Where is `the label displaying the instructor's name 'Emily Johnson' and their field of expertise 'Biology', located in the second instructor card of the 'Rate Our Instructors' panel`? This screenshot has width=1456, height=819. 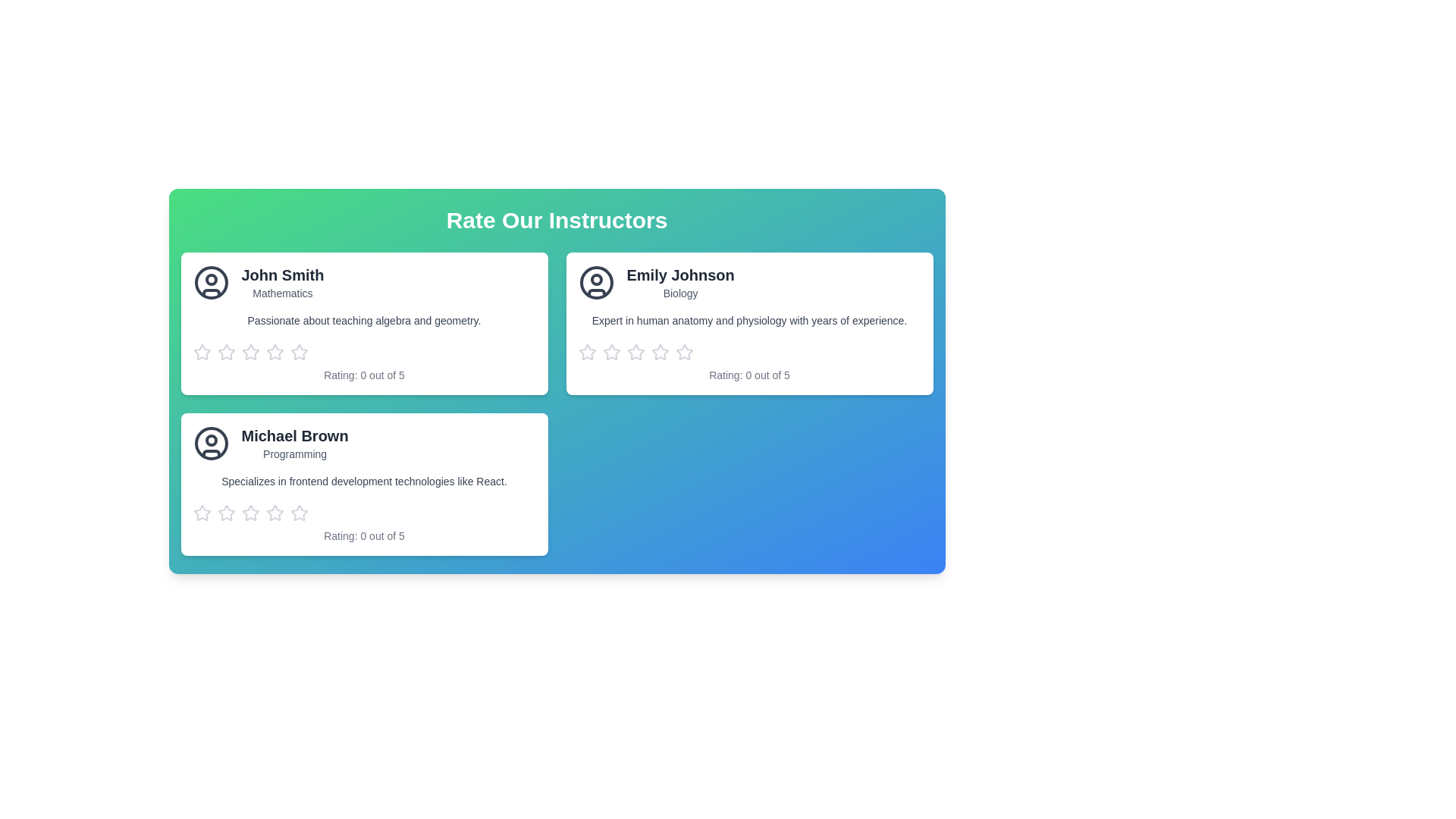 the label displaying the instructor's name 'Emily Johnson' and their field of expertise 'Biology', located in the second instructor card of the 'Rate Our Instructors' panel is located at coordinates (679, 283).